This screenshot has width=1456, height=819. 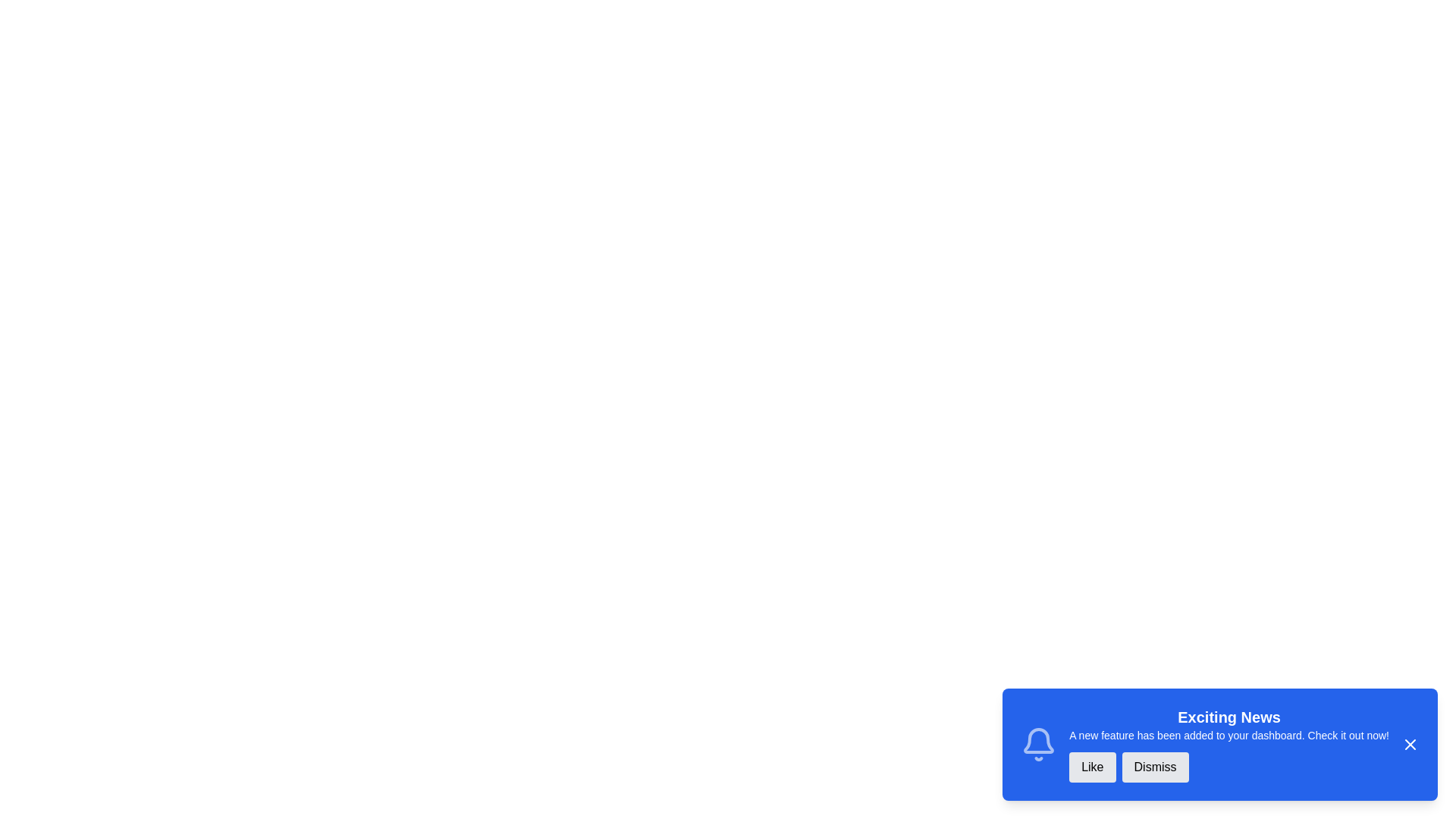 What do you see at coordinates (1154, 767) in the screenshot?
I see `'Dismiss' button to close the snackbar` at bounding box center [1154, 767].